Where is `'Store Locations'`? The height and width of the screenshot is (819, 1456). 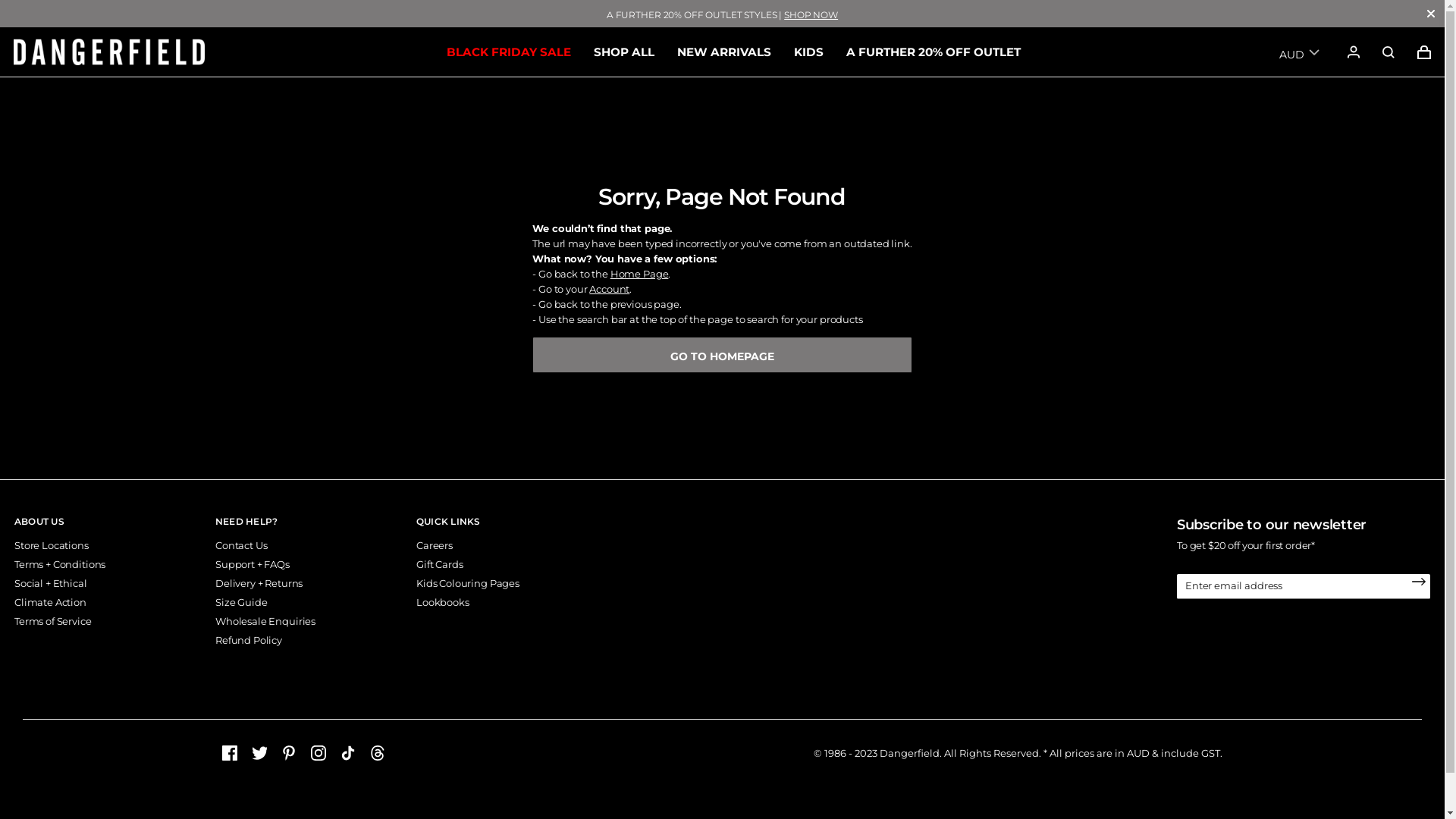 'Store Locations' is located at coordinates (14, 544).